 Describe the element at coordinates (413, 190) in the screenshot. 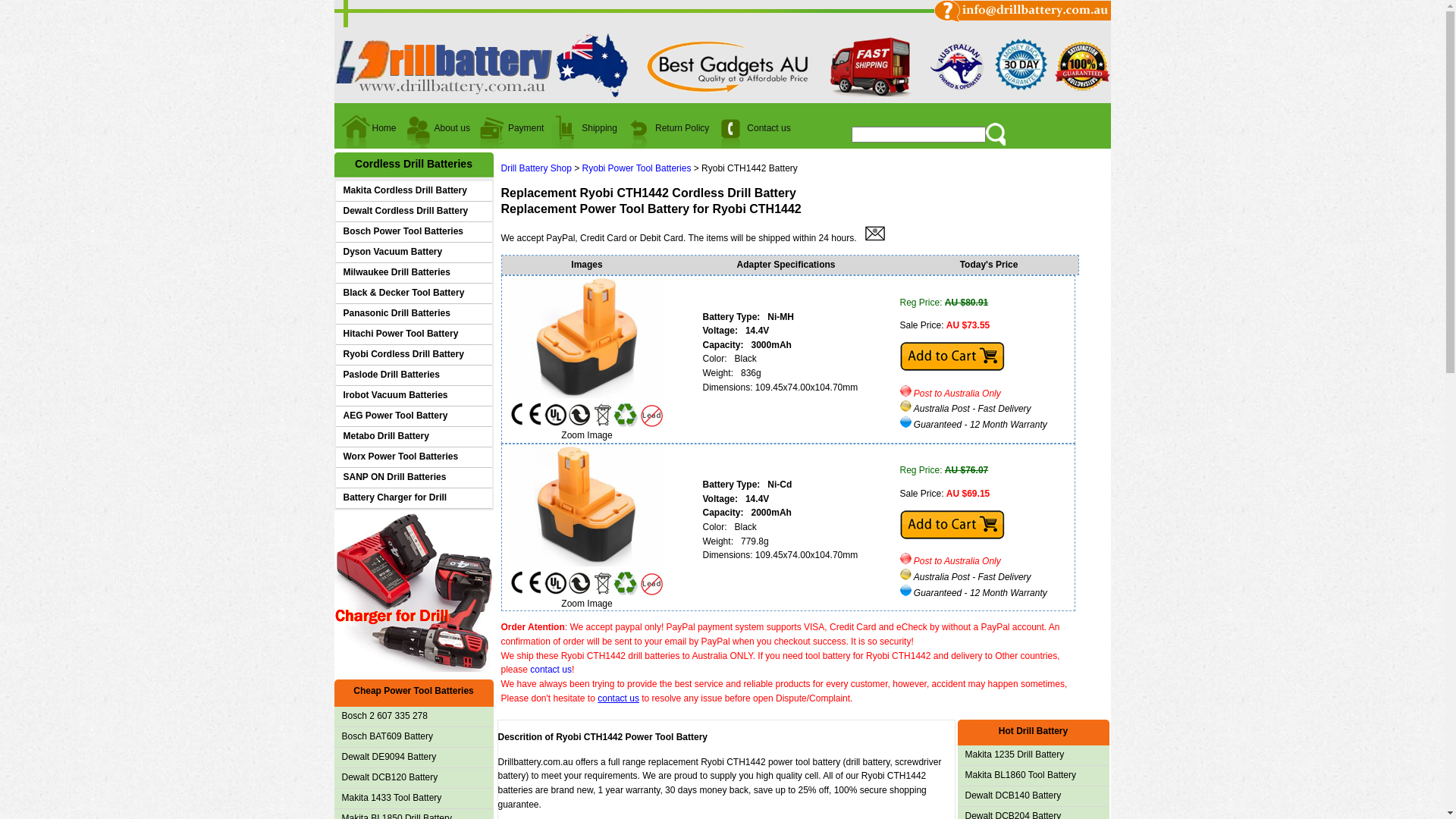

I see `'Makita Cordless Drill Battery'` at that location.